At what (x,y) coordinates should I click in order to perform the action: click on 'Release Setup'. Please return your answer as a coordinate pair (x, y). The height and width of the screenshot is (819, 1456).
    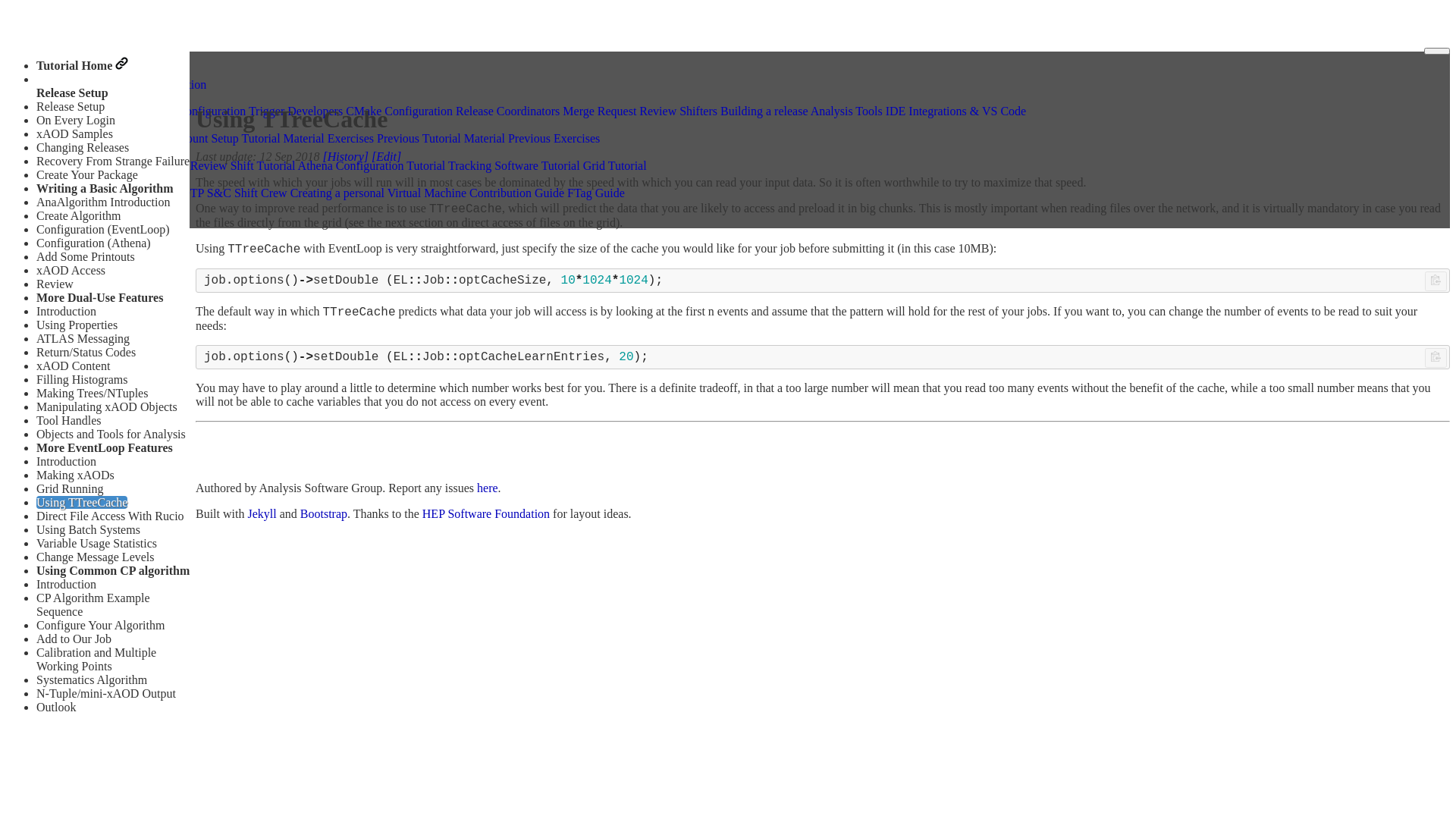
    Looking at the image, I should click on (69, 105).